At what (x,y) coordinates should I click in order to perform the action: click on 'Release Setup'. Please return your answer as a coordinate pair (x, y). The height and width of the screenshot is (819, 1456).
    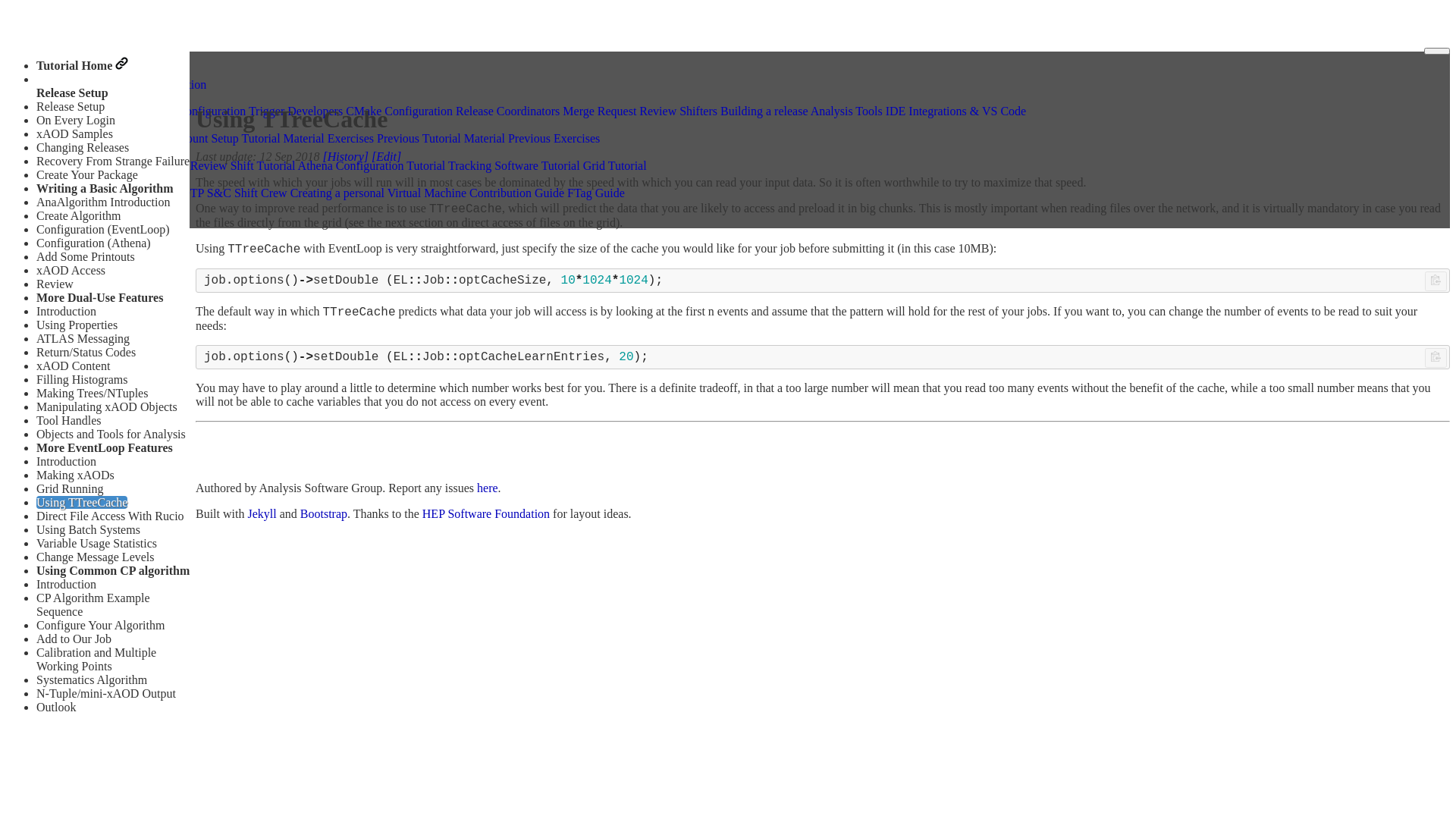
    Looking at the image, I should click on (69, 105).